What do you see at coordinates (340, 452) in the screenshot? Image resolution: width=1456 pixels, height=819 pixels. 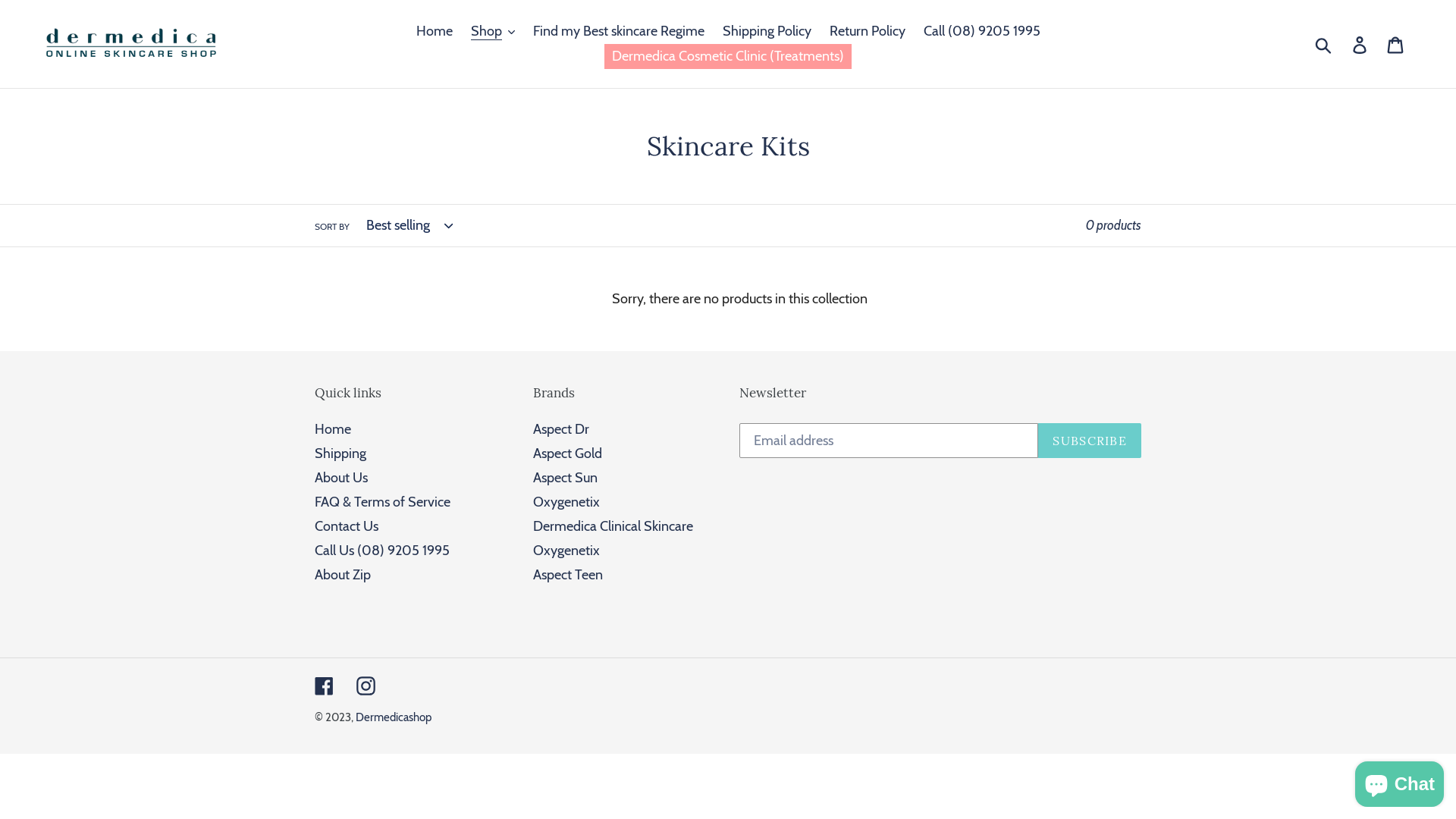 I see `'Shipping'` at bounding box center [340, 452].